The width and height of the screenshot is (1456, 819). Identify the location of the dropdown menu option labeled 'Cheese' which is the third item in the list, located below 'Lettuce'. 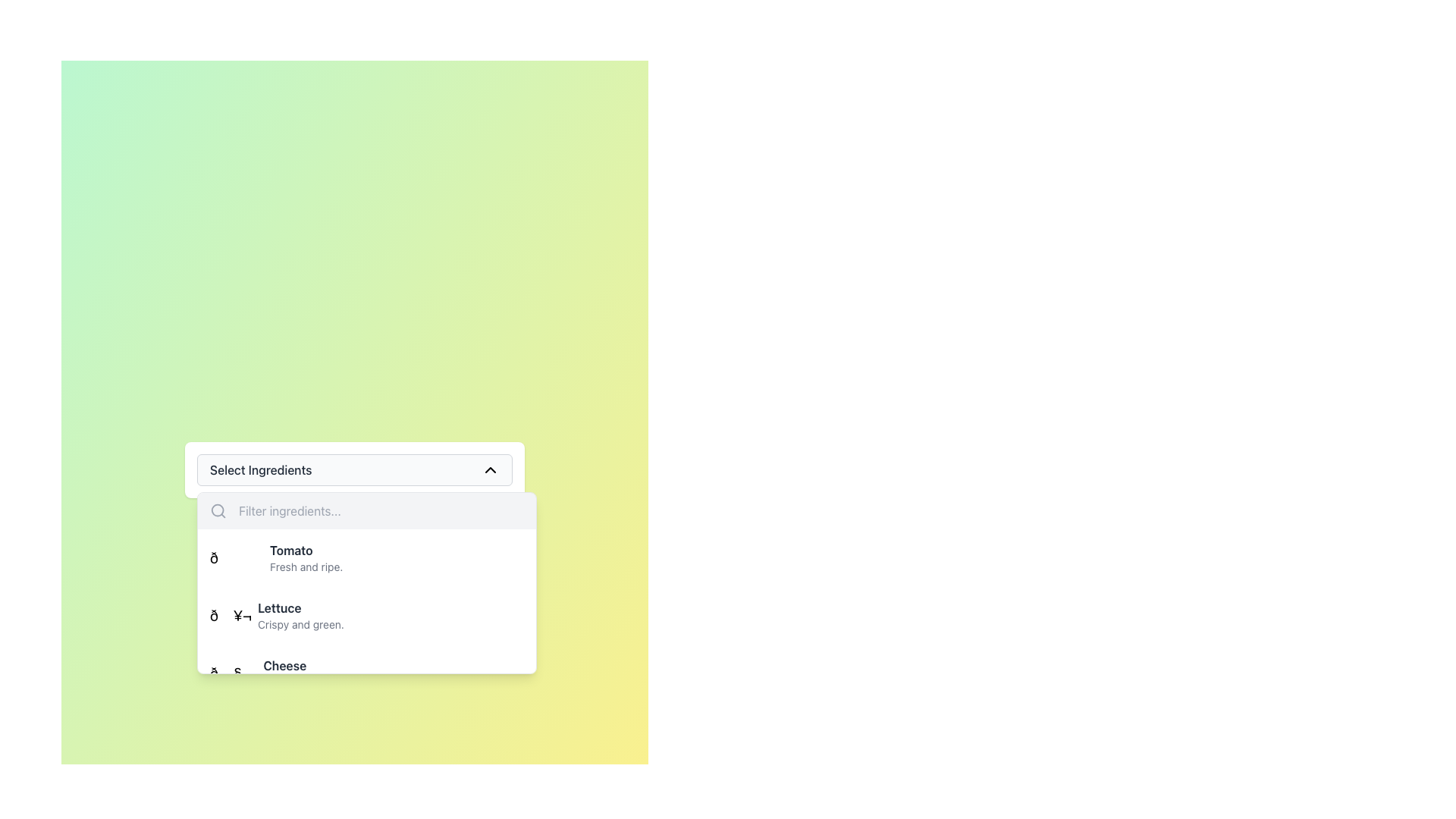
(287, 672).